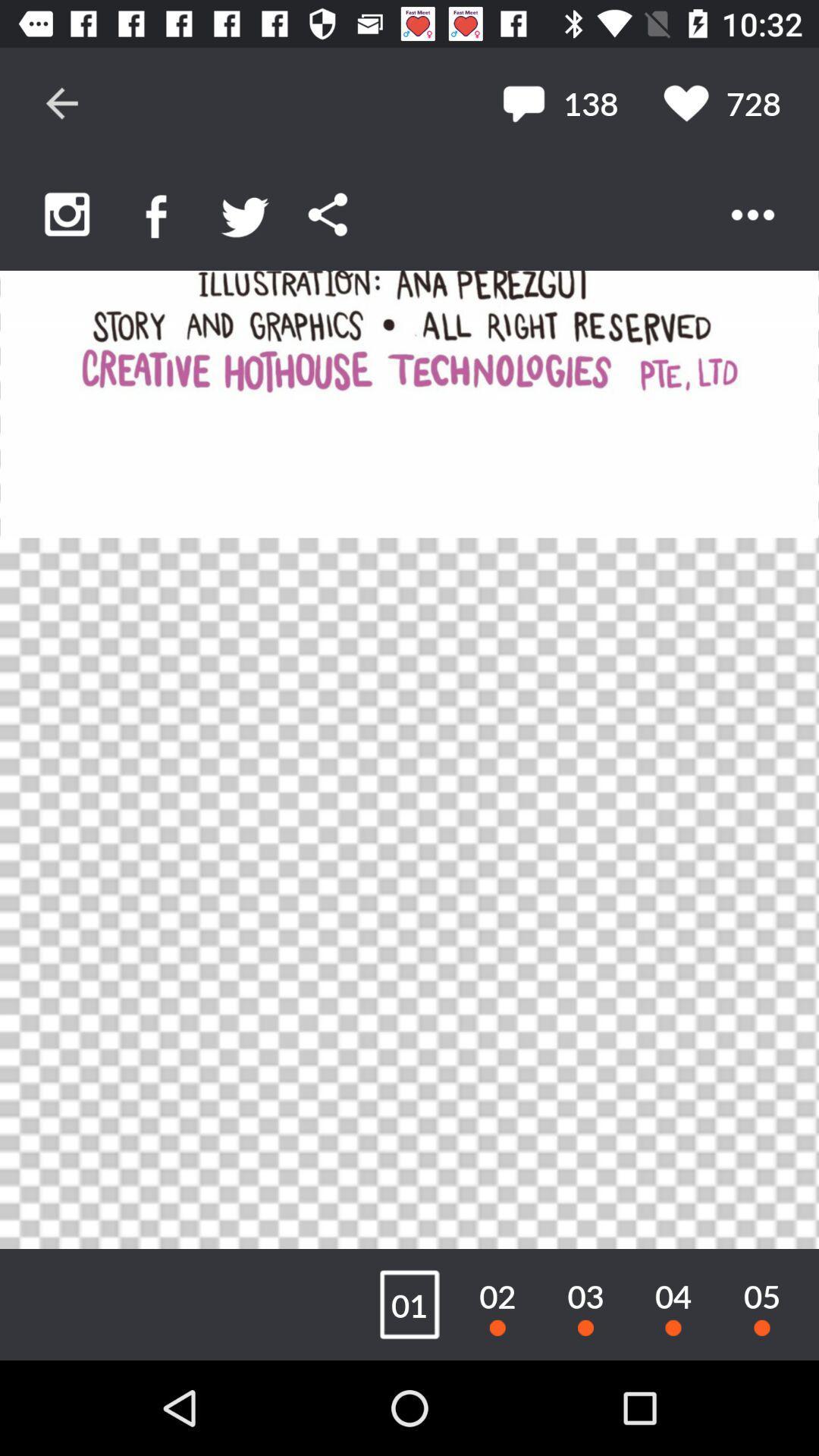  Describe the element at coordinates (61, 102) in the screenshot. I see `go back` at that location.